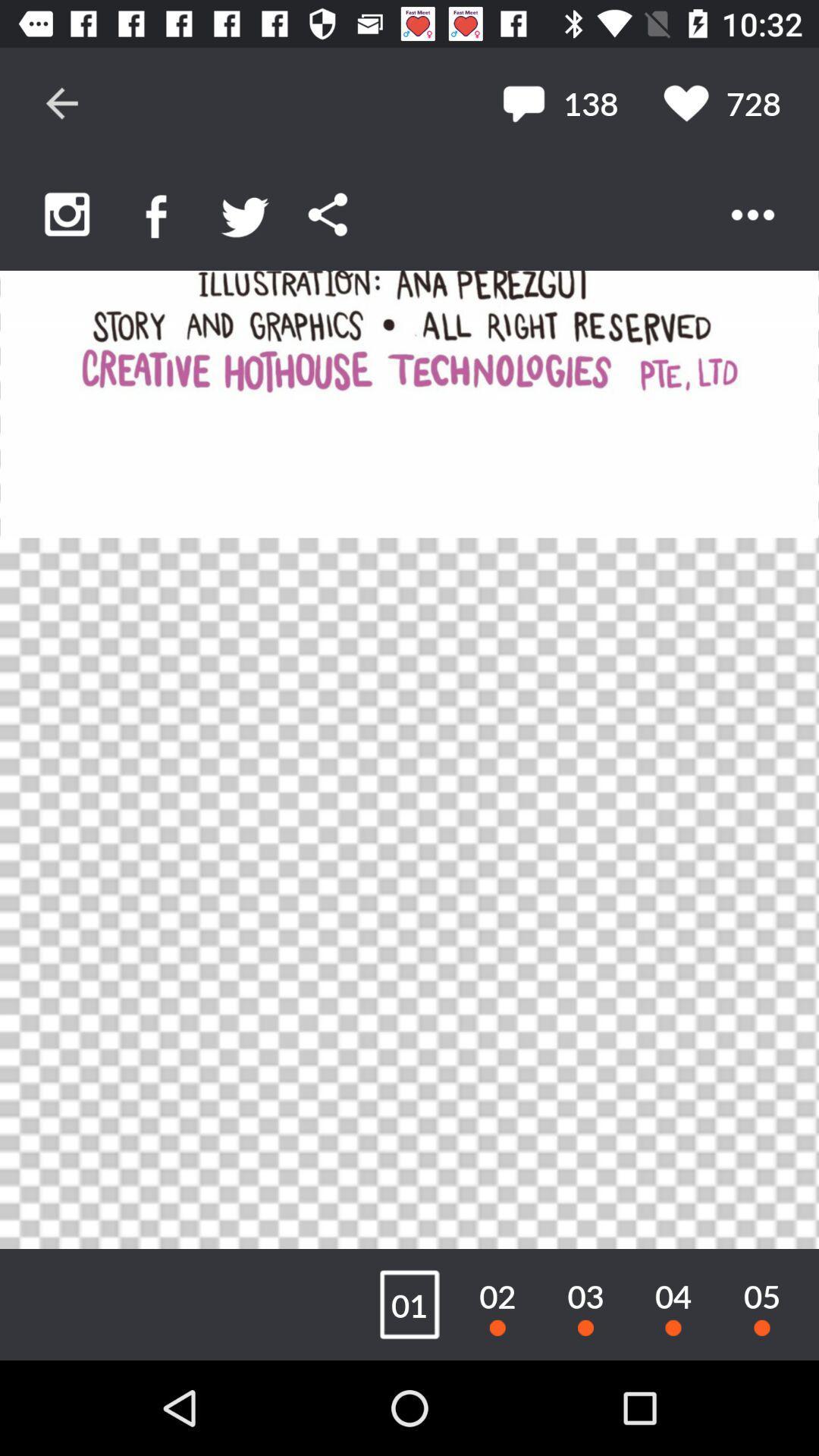  Describe the element at coordinates (61, 102) in the screenshot. I see `go back` at that location.